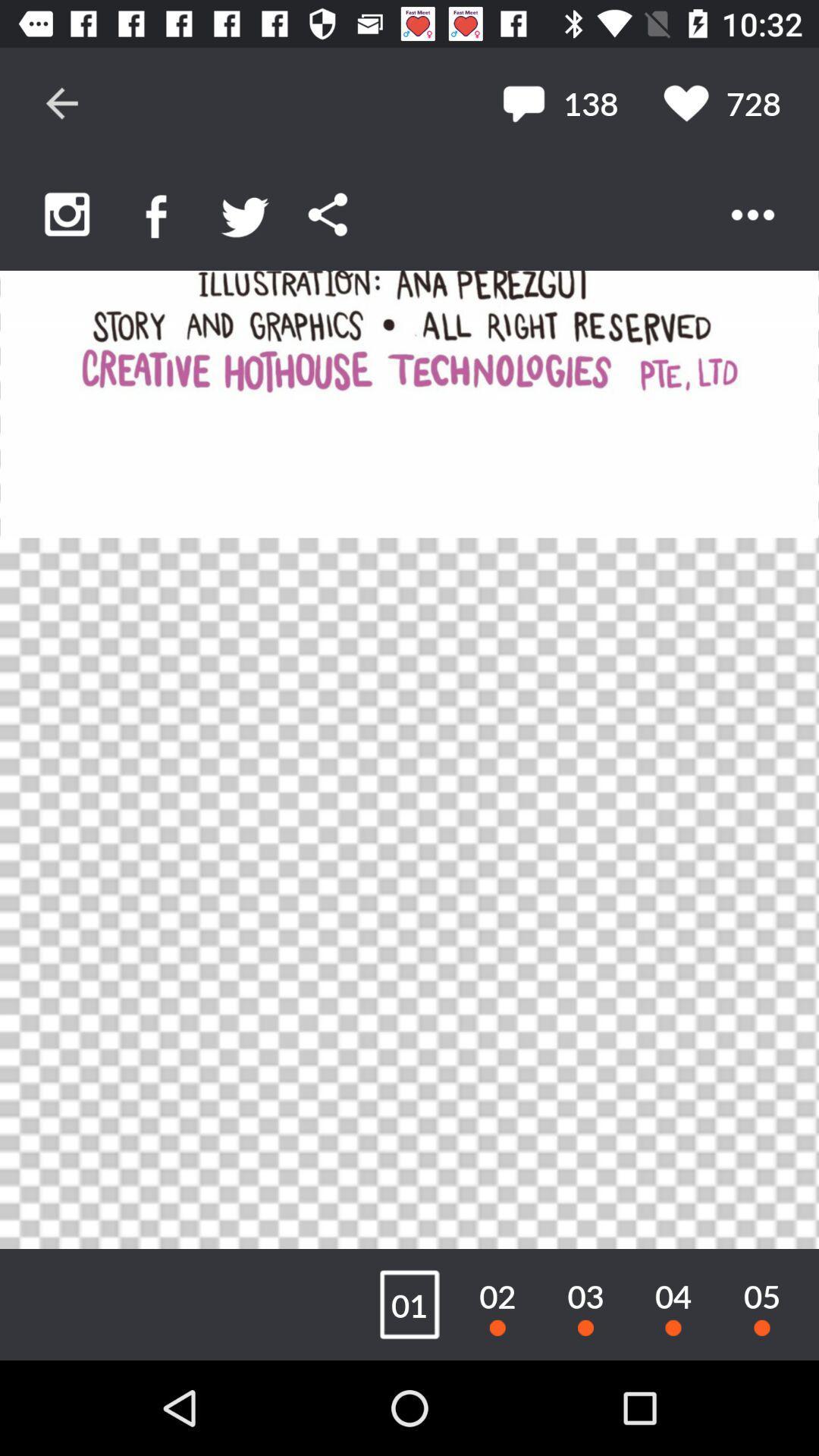  Describe the element at coordinates (61, 102) in the screenshot. I see `go back` at that location.